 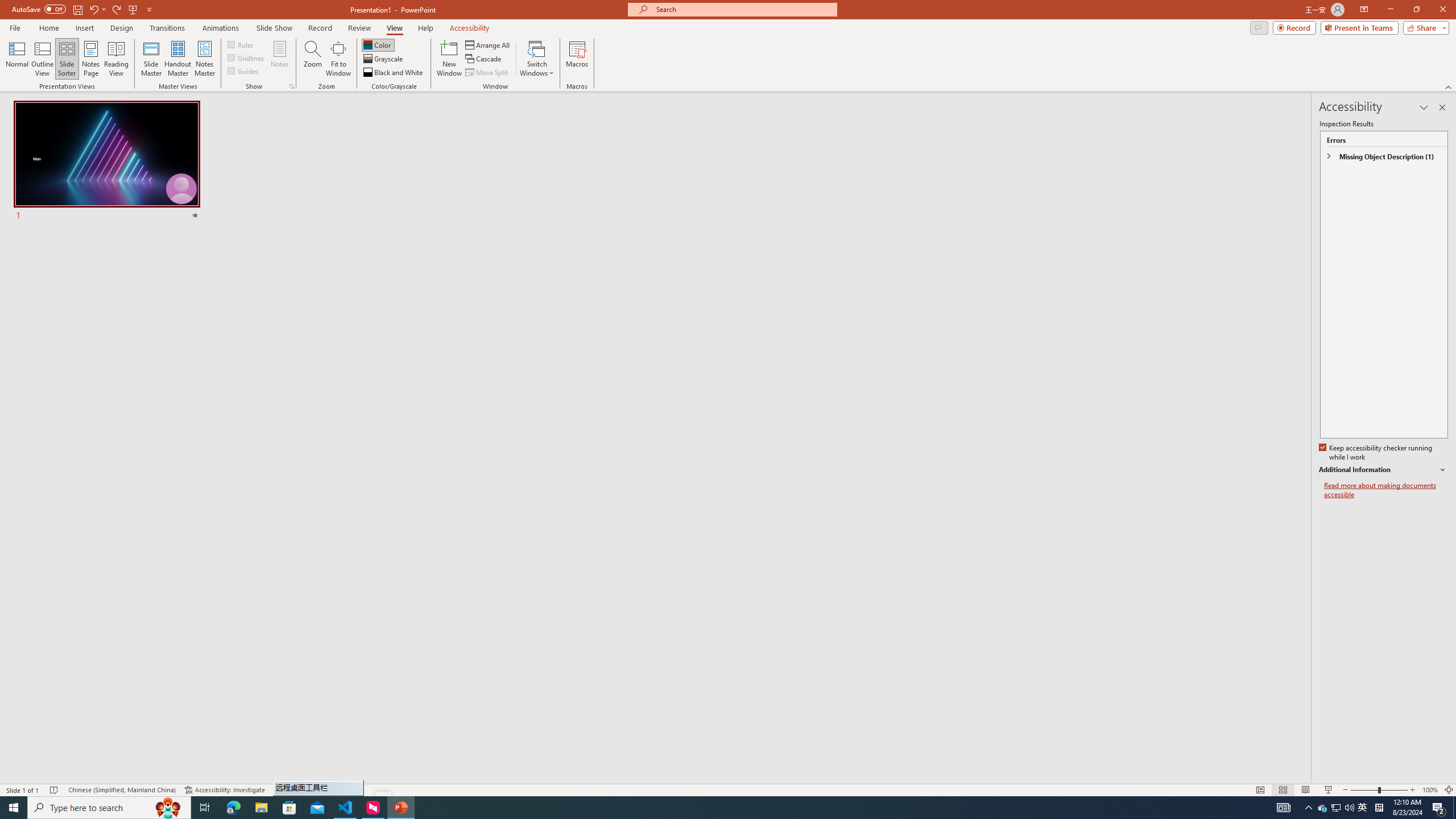 What do you see at coordinates (484, 59) in the screenshot?
I see `'Cascade'` at bounding box center [484, 59].